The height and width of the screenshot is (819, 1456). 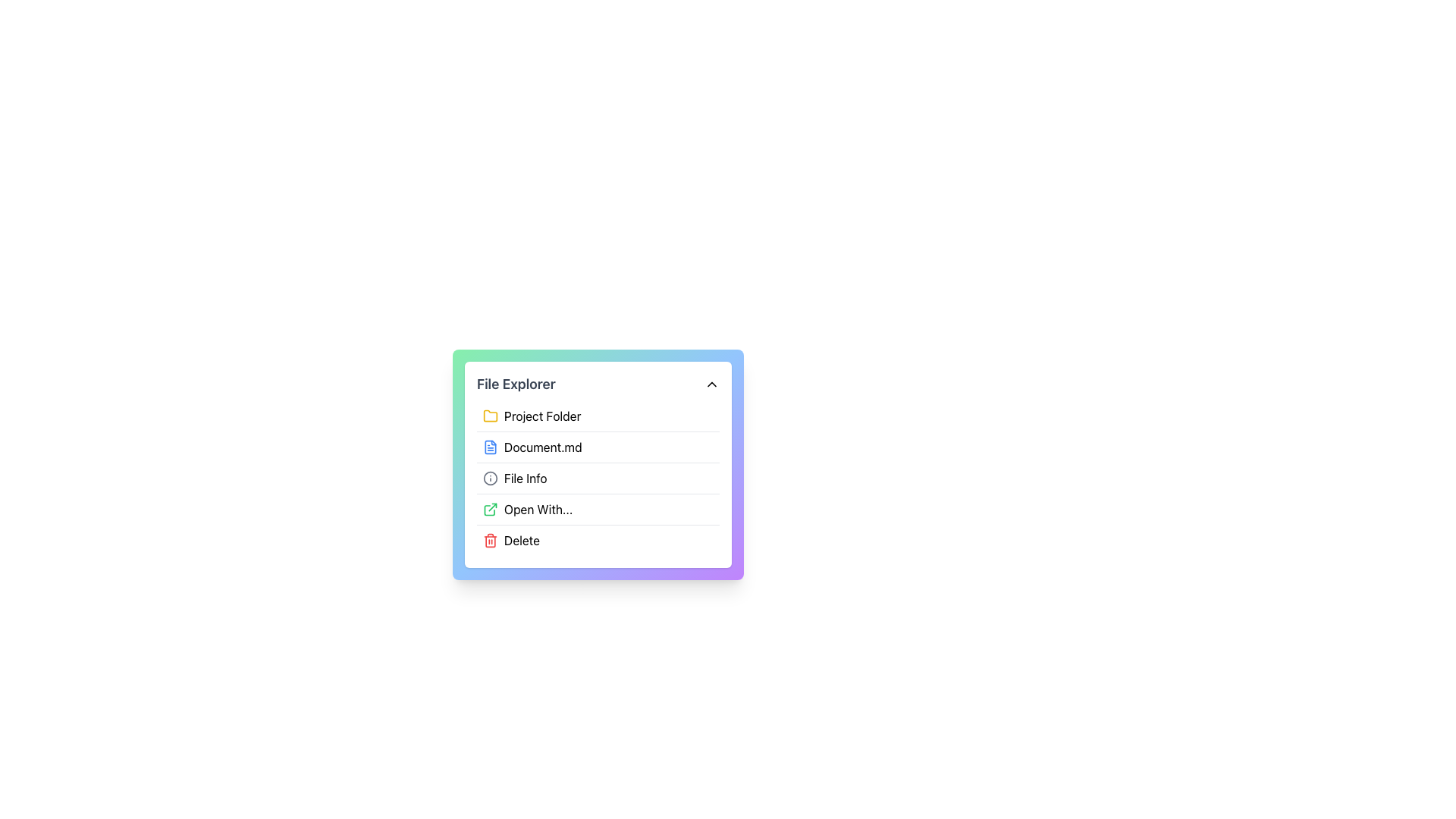 What do you see at coordinates (491, 447) in the screenshot?
I see `the file icon with a blue outline located immediately to the left of the 'Document.md' text label in the file explorer` at bounding box center [491, 447].